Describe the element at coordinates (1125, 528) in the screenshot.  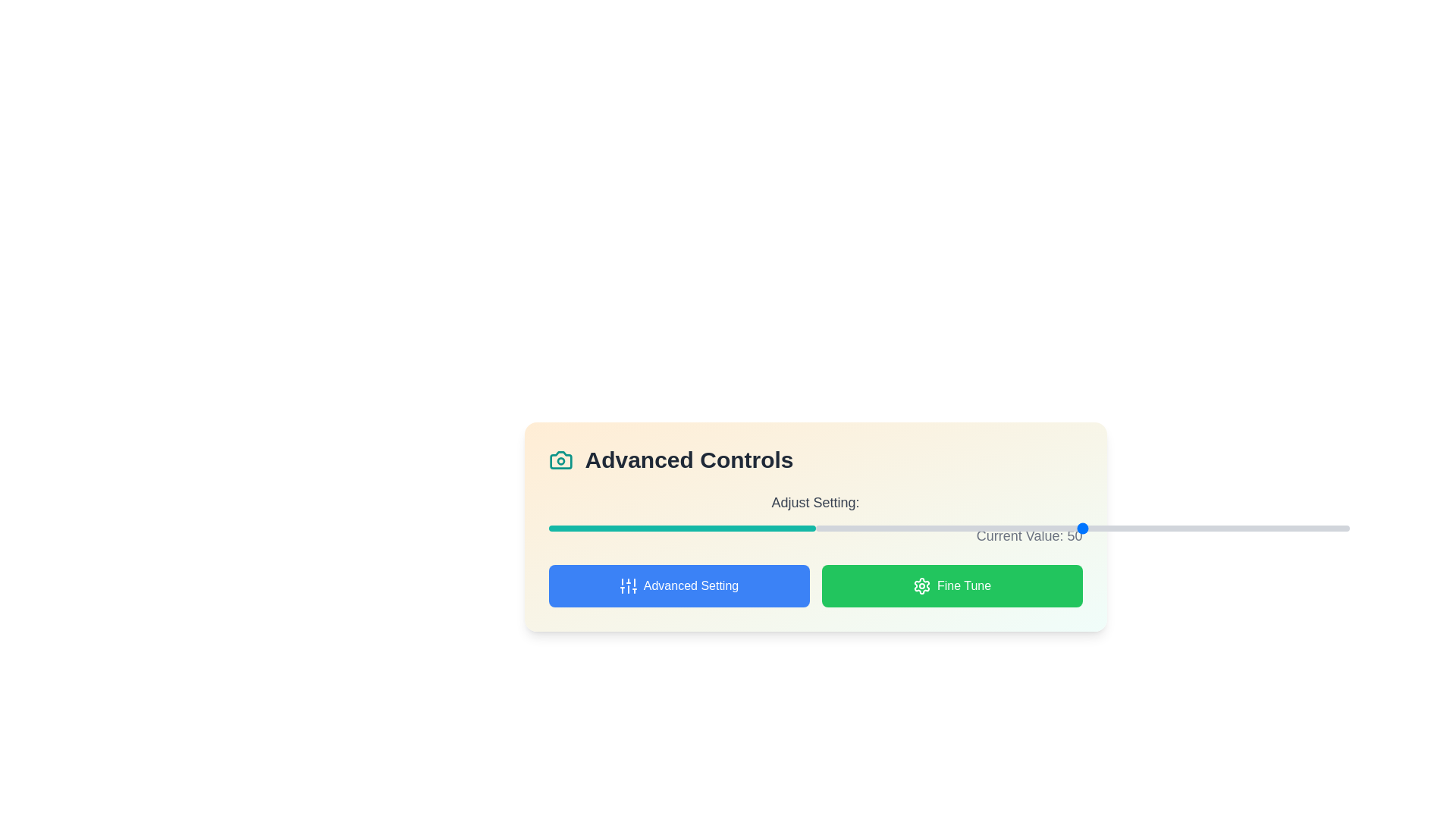
I see `the slider value` at that location.